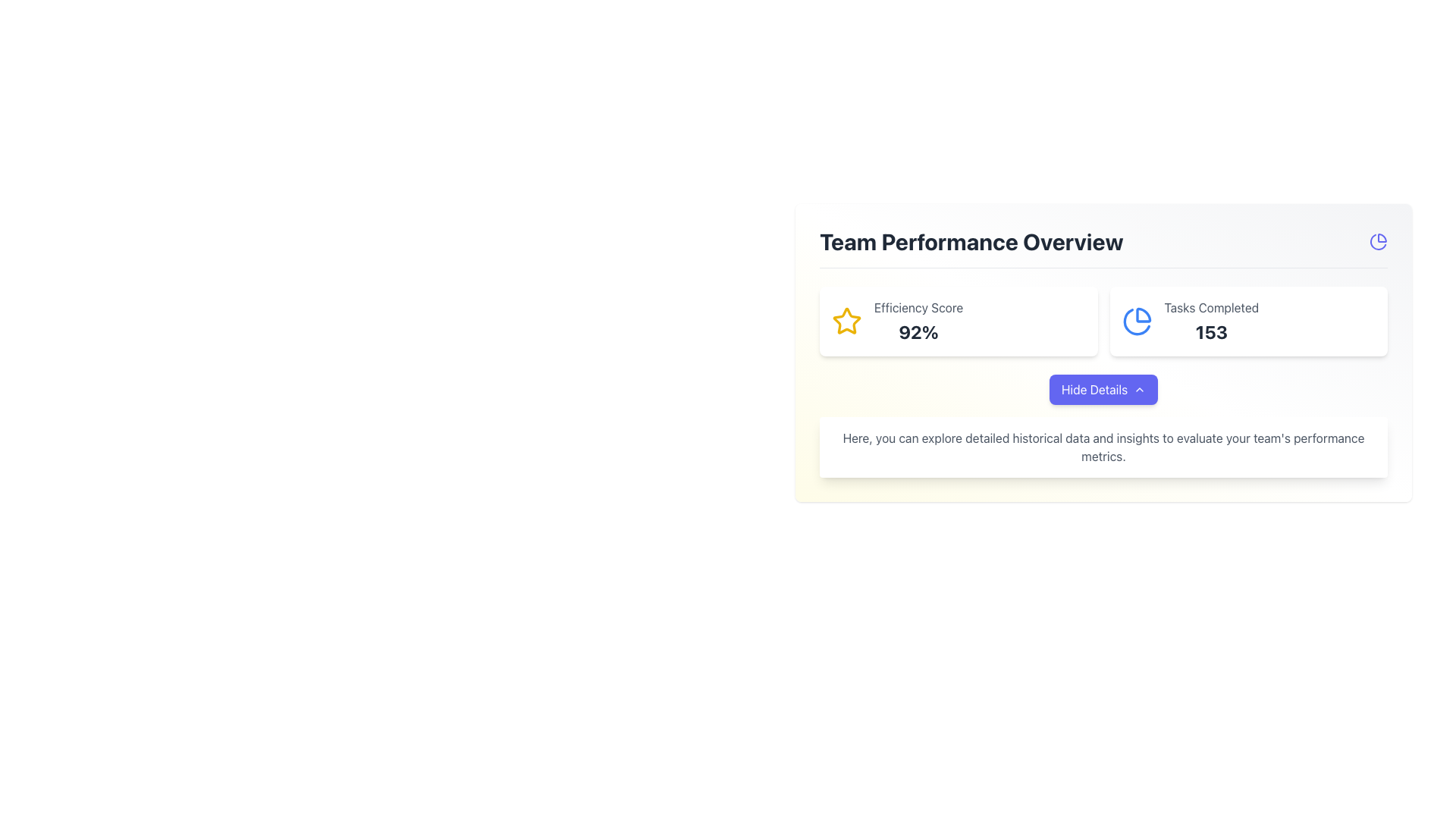 This screenshot has height=819, width=1456. What do you see at coordinates (1103, 247) in the screenshot?
I see `the text element displaying 'Team Performance Overview'` at bounding box center [1103, 247].